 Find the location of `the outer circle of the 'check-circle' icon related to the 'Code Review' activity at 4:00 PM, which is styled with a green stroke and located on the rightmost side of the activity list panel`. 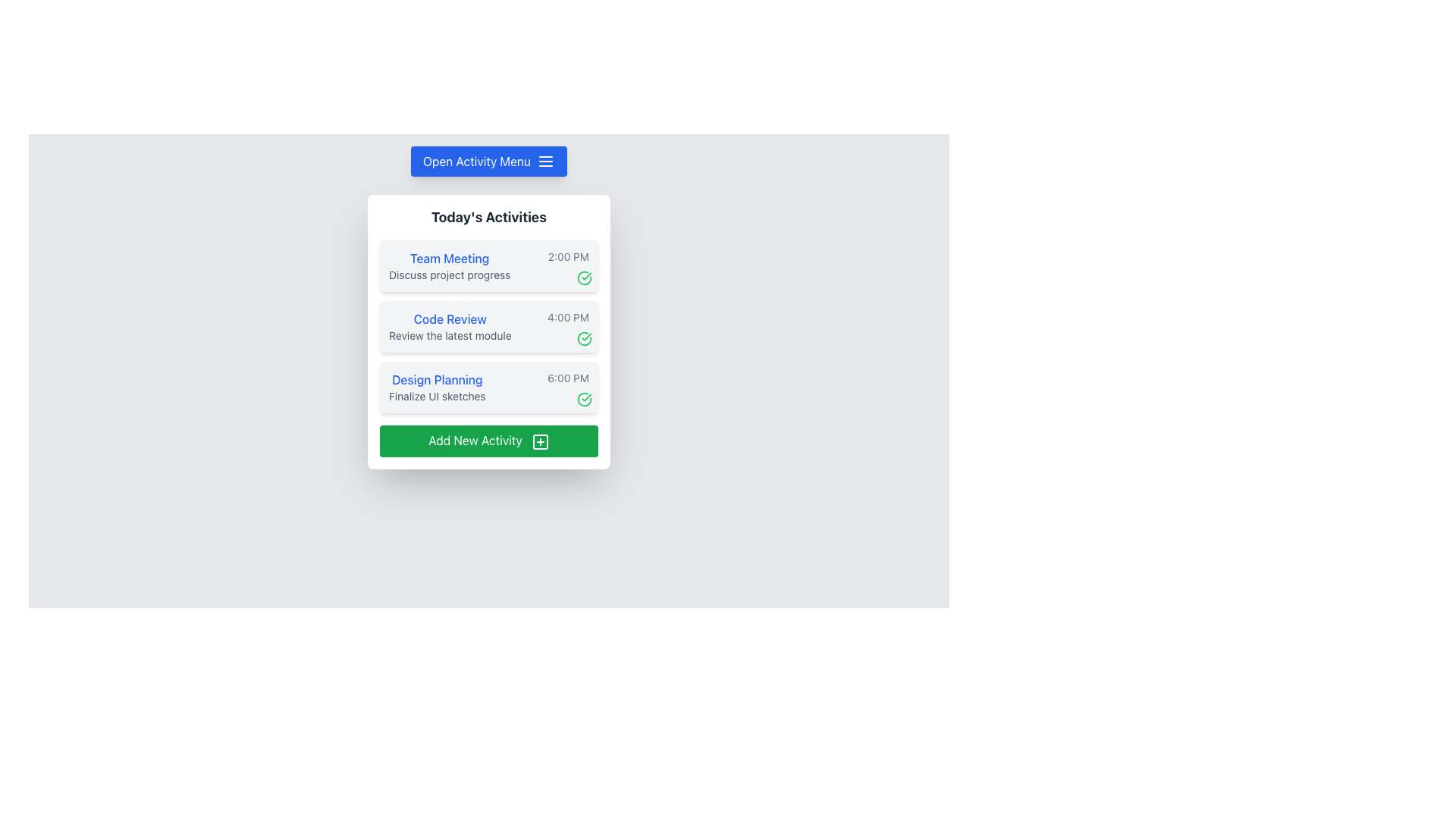

the outer circle of the 'check-circle' icon related to the 'Code Review' activity at 4:00 PM, which is styled with a green stroke and located on the rightmost side of the activity list panel is located at coordinates (584, 399).